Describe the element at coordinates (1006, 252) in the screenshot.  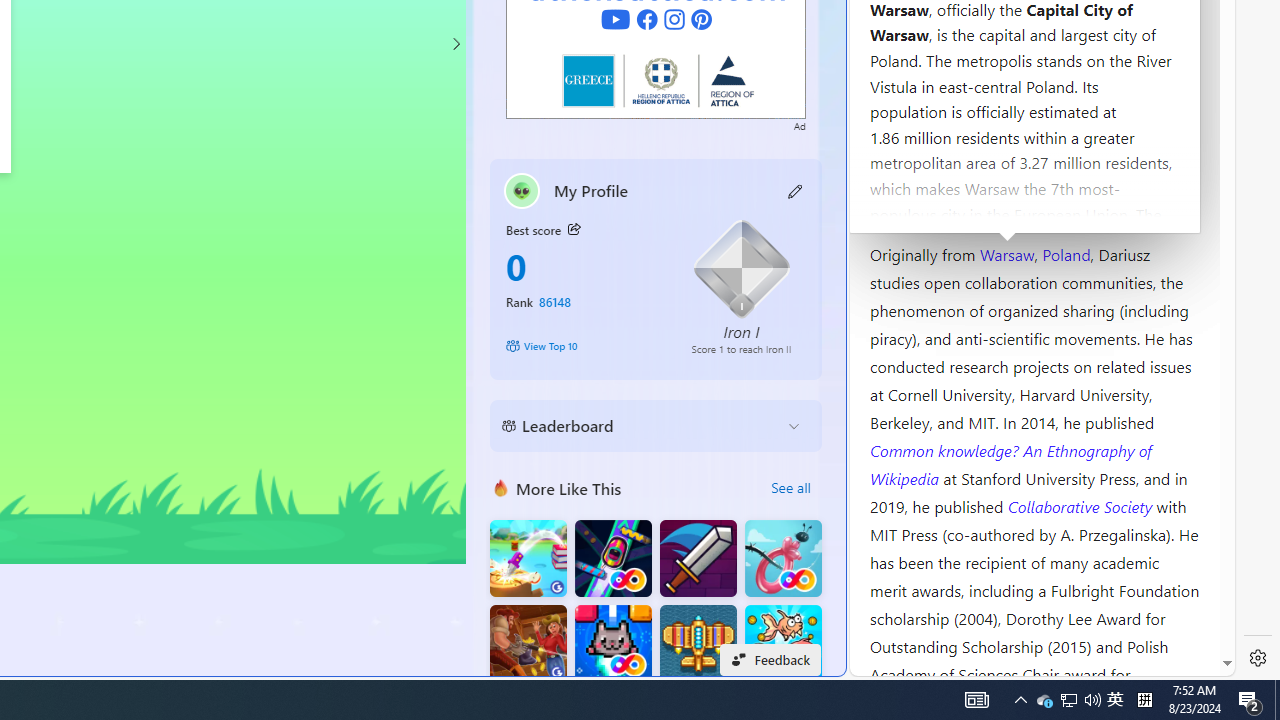
I see `'Warsaw'` at that location.